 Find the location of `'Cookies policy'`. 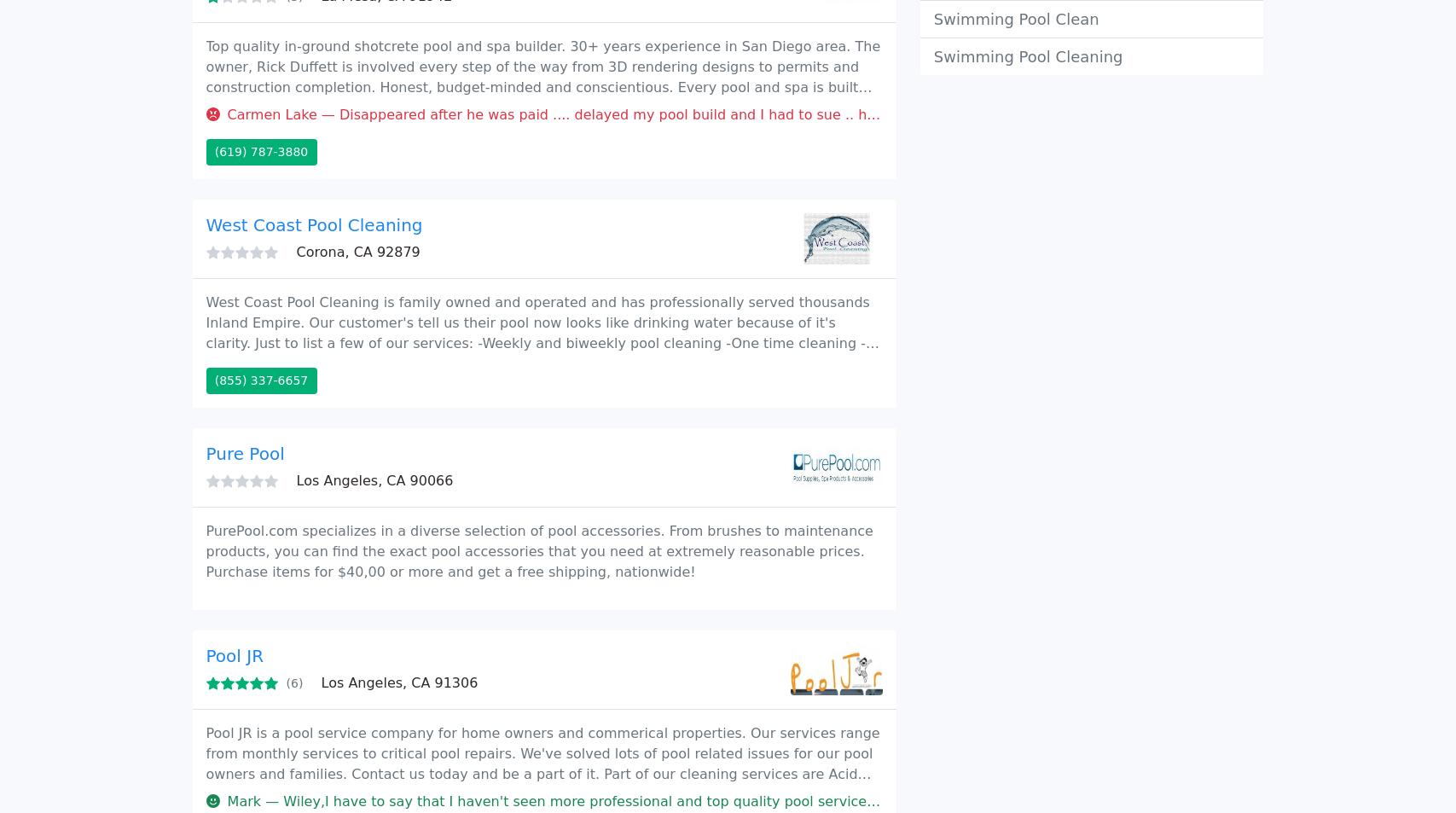

'Cookies policy' is located at coordinates (1156, 100).